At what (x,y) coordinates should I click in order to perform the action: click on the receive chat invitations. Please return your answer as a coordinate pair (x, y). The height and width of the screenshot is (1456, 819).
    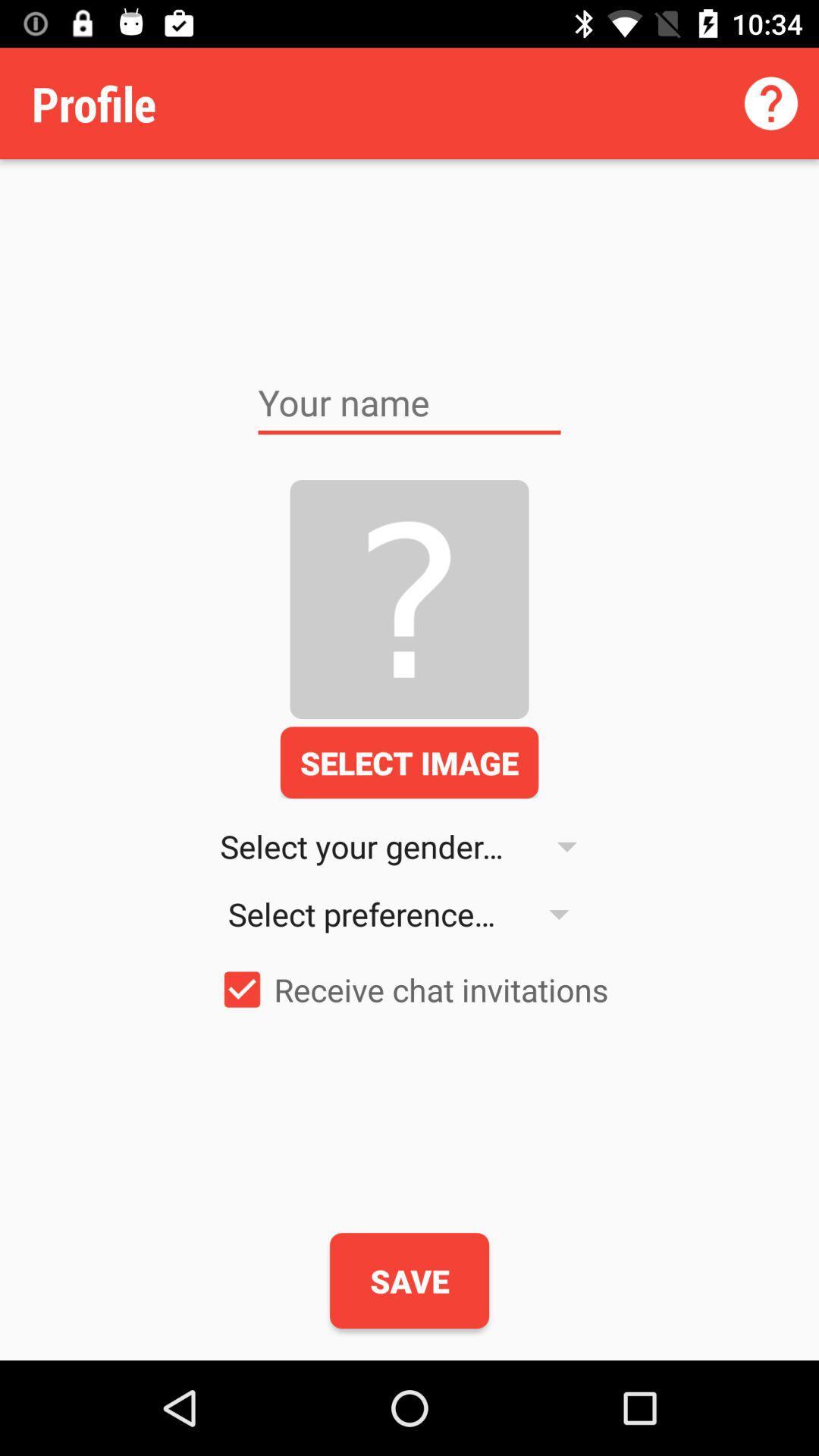
    Looking at the image, I should click on (409, 990).